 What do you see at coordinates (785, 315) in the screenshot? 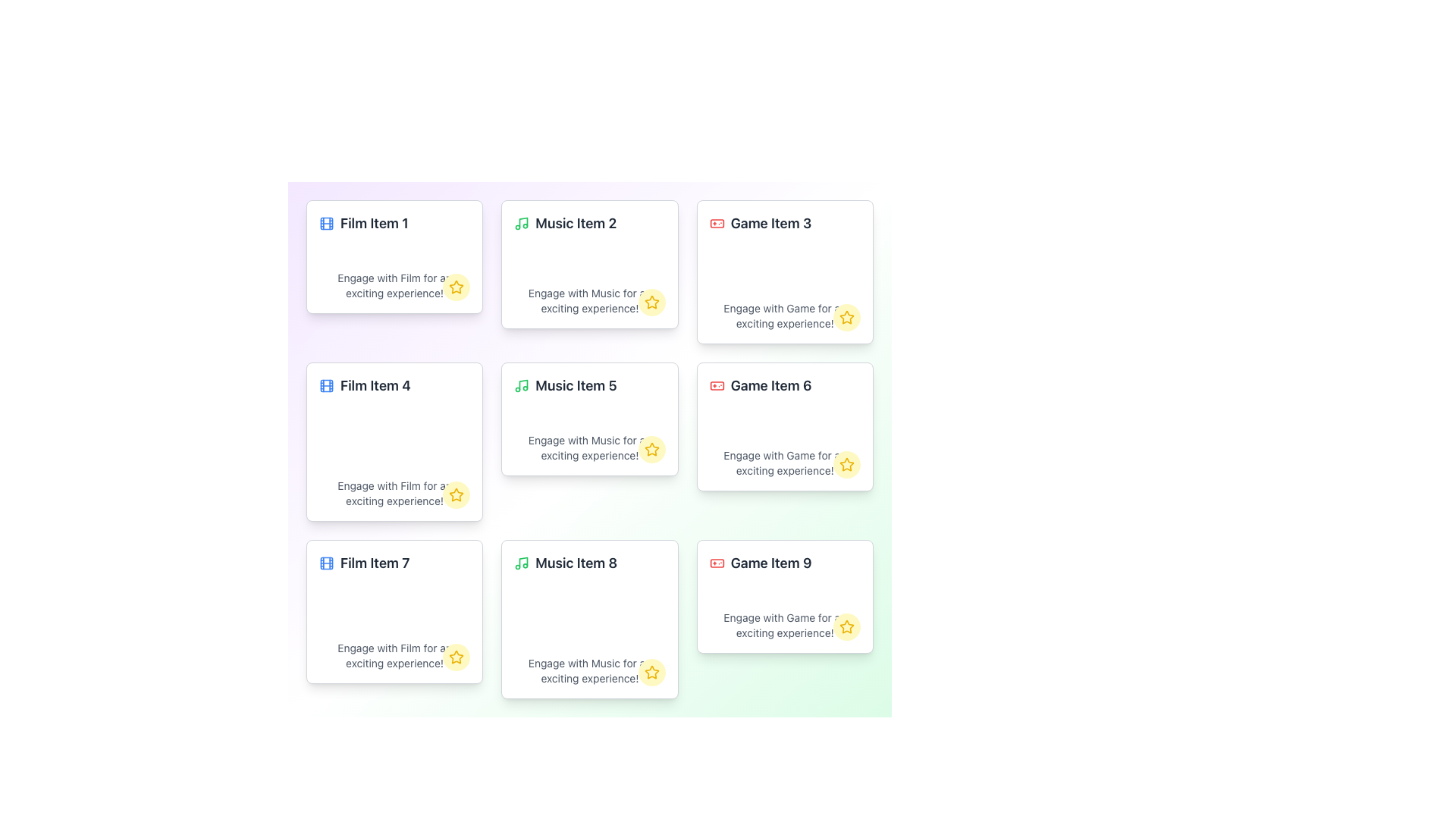
I see `the static text label that reads 'Engage with Game for an exciting experience!' located in the 'Game Item 3' card, positioned in the top right section of the grid layout` at bounding box center [785, 315].